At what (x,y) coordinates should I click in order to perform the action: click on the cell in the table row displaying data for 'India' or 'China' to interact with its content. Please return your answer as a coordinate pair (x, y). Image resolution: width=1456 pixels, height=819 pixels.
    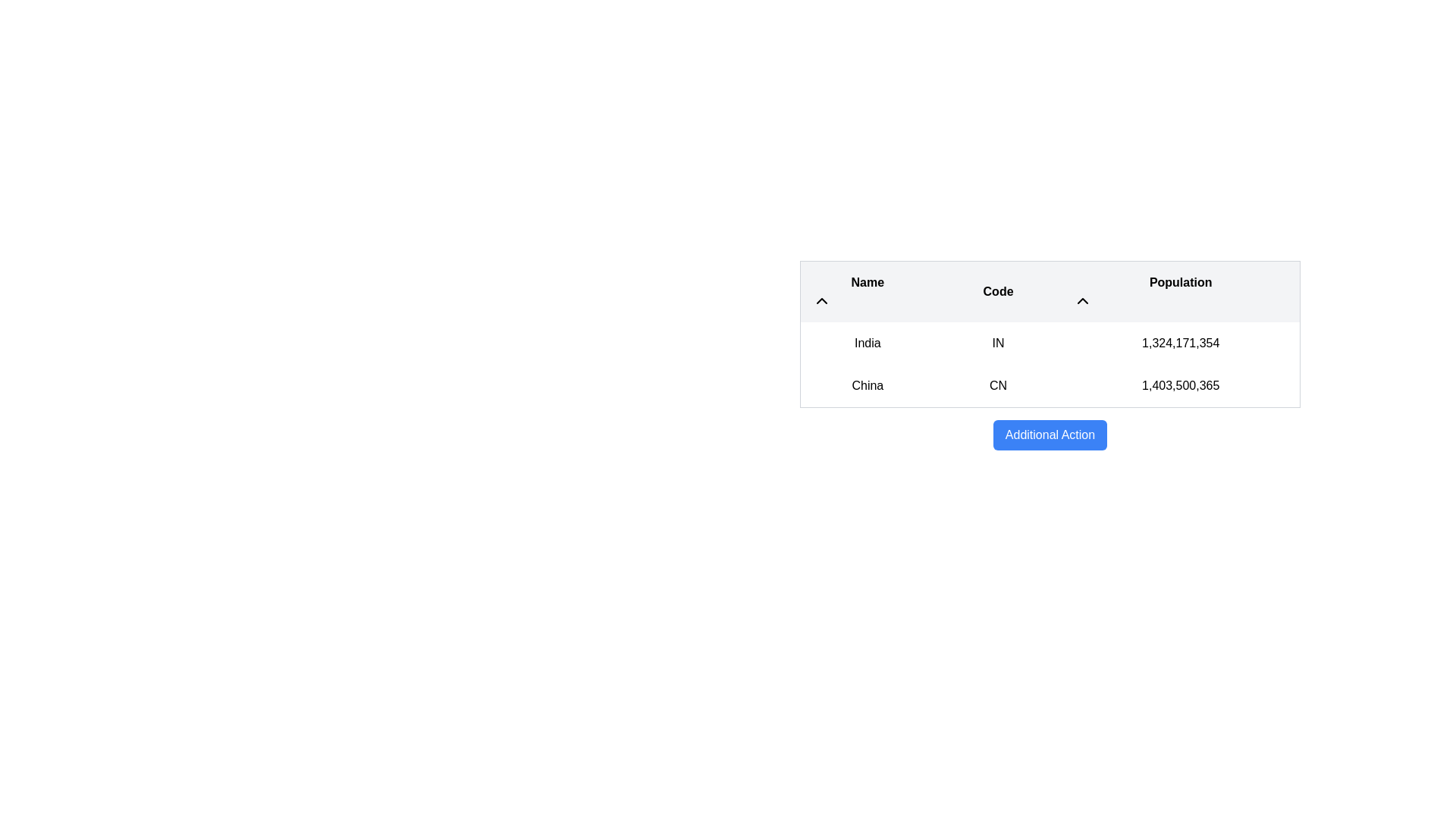
    Looking at the image, I should click on (1050, 356).